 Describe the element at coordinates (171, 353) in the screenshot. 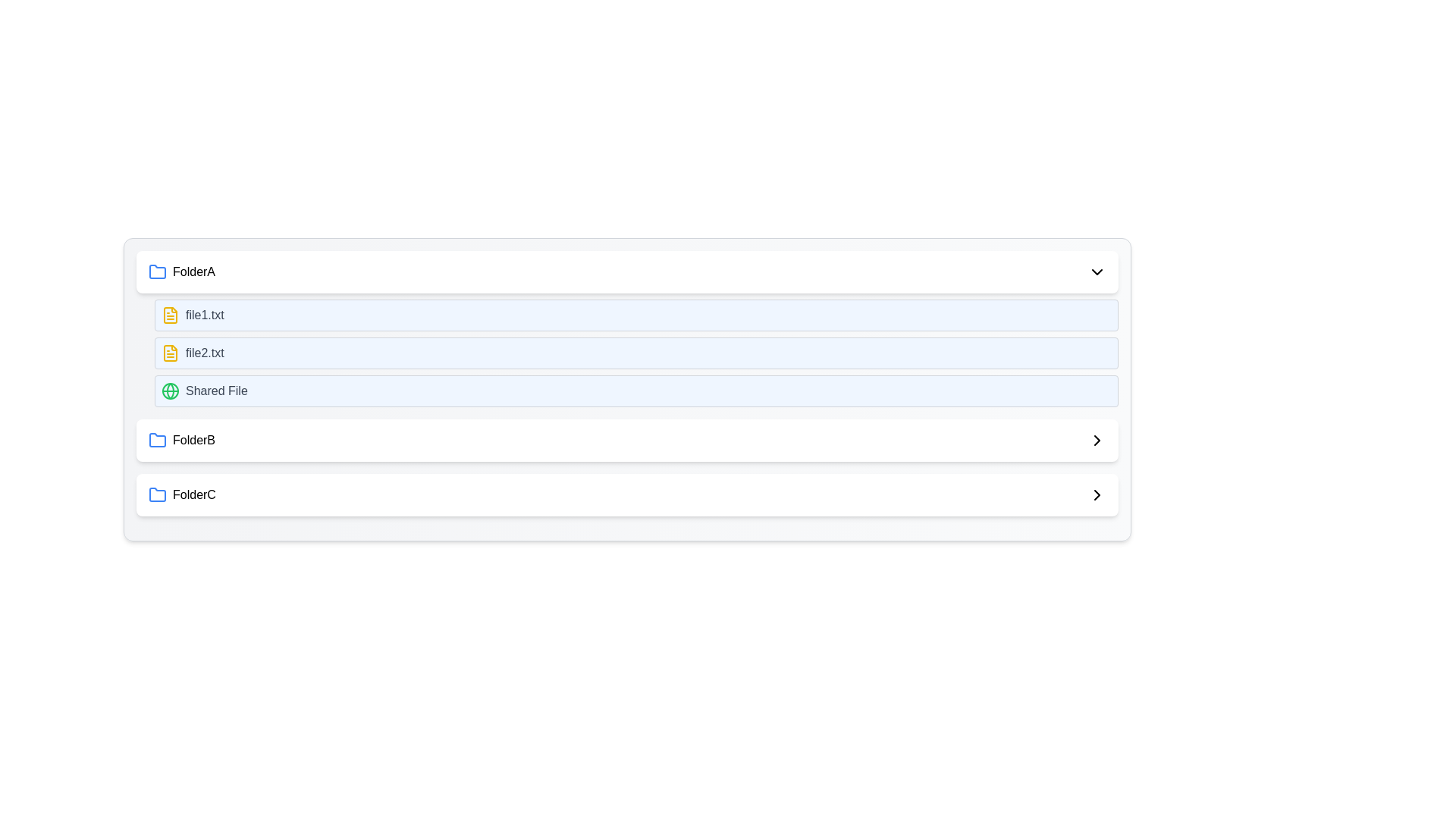

I see `the yellow file icon located to the left of the label 'file2.txt'` at that location.